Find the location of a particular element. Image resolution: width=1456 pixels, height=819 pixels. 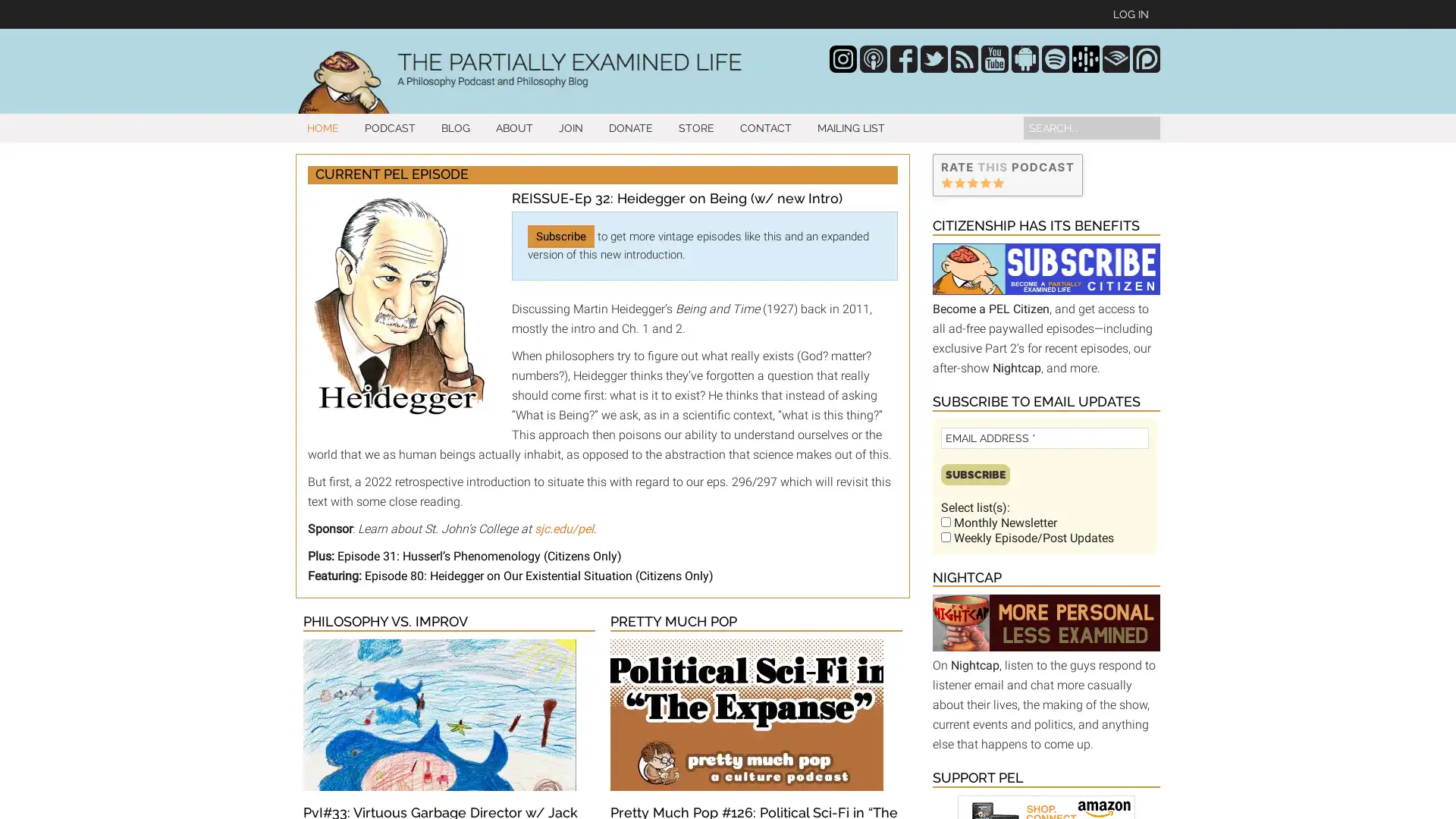

Subscribe is located at coordinates (975, 472).